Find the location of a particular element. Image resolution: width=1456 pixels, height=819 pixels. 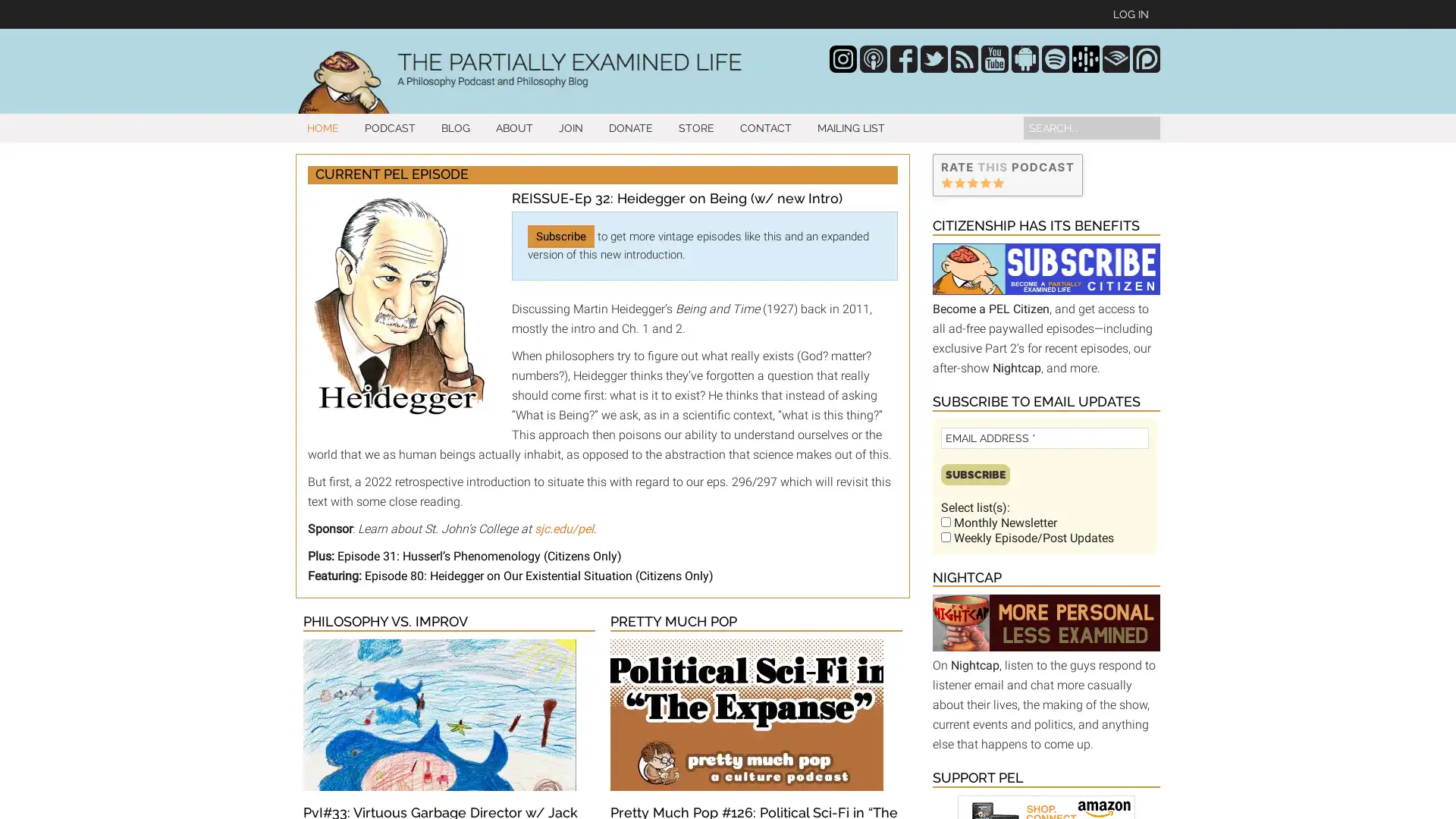

Subscribe is located at coordinates (975, 472).